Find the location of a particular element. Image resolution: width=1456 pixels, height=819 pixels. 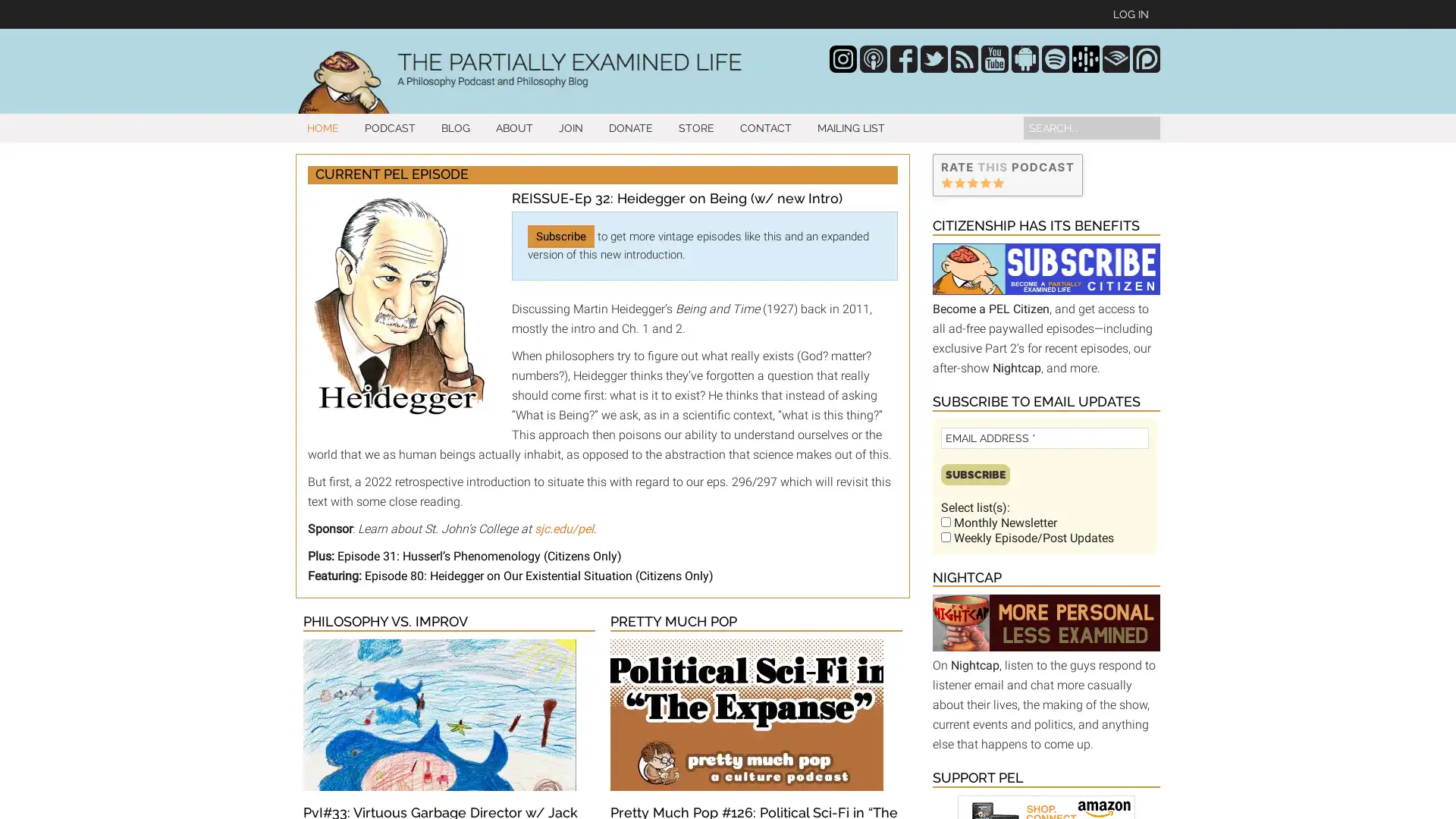

Subscribe is located at coordinates (975, 472).